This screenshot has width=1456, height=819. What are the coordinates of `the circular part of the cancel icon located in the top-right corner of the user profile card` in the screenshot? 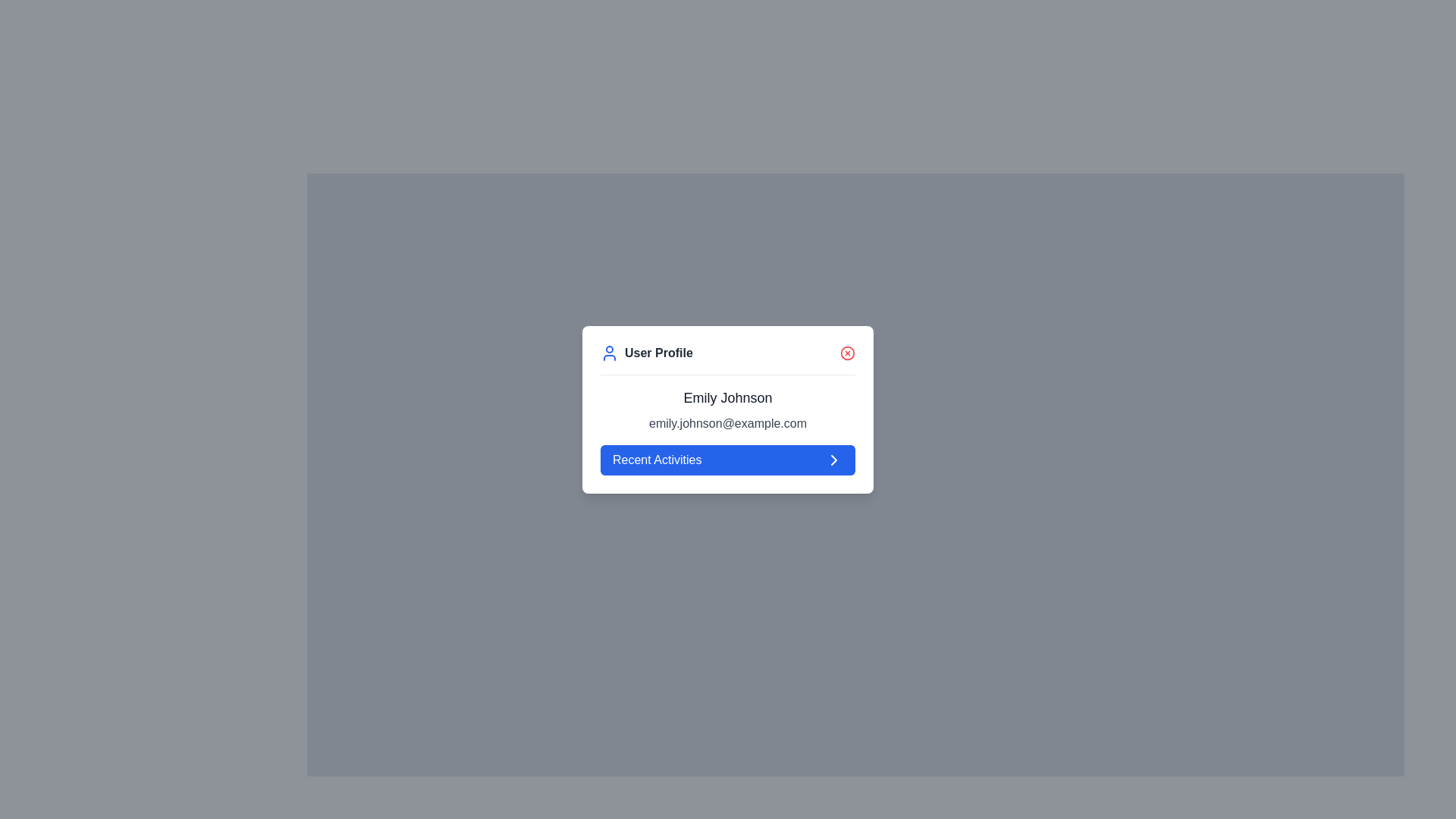 It's located at (847, 353).